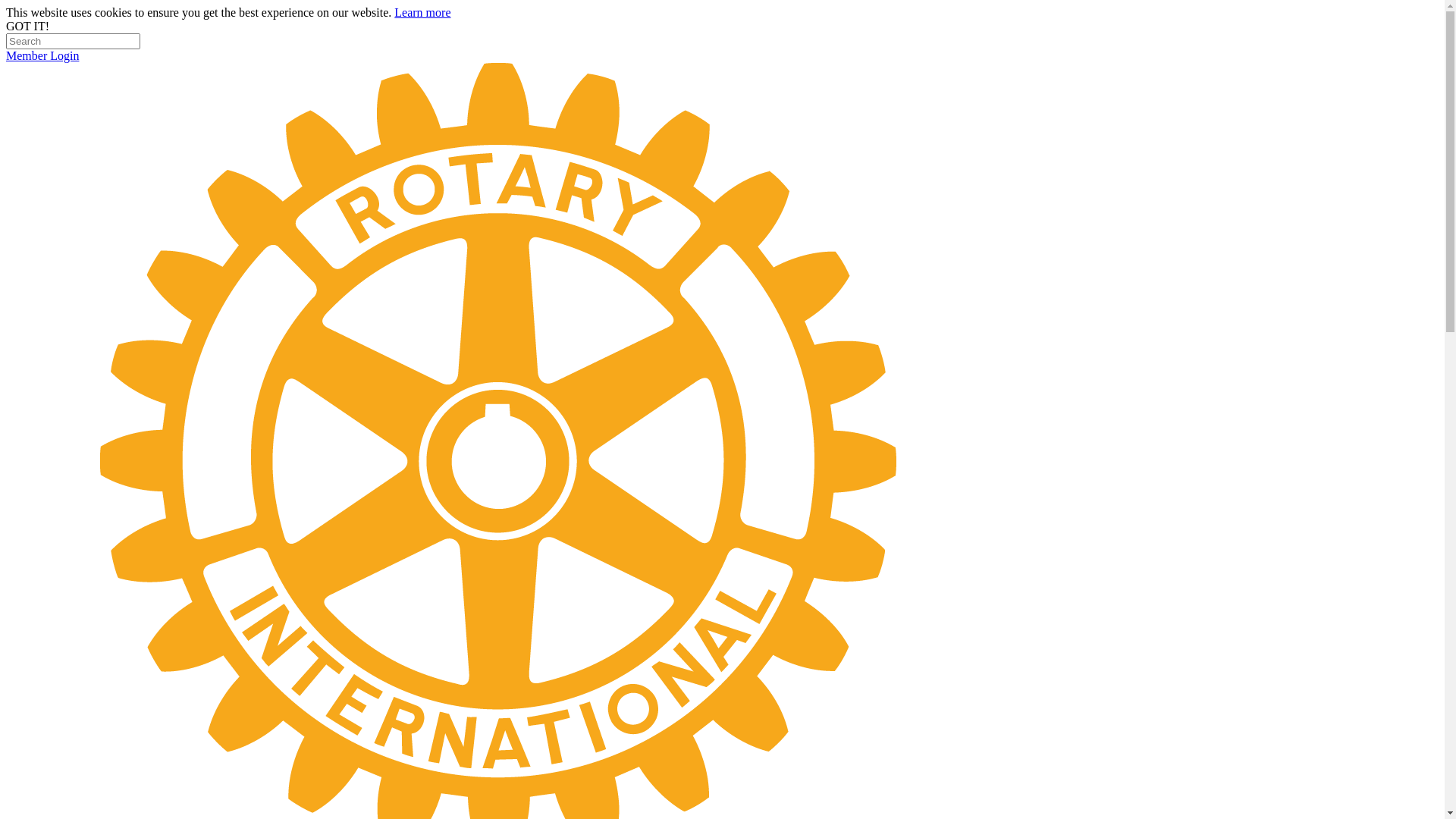 Image resolution: width=1456 pixels, height=819 pixels. Describe the element at coordinates (42, 55) in the screenshot. I see `'Member Login'` at that location.